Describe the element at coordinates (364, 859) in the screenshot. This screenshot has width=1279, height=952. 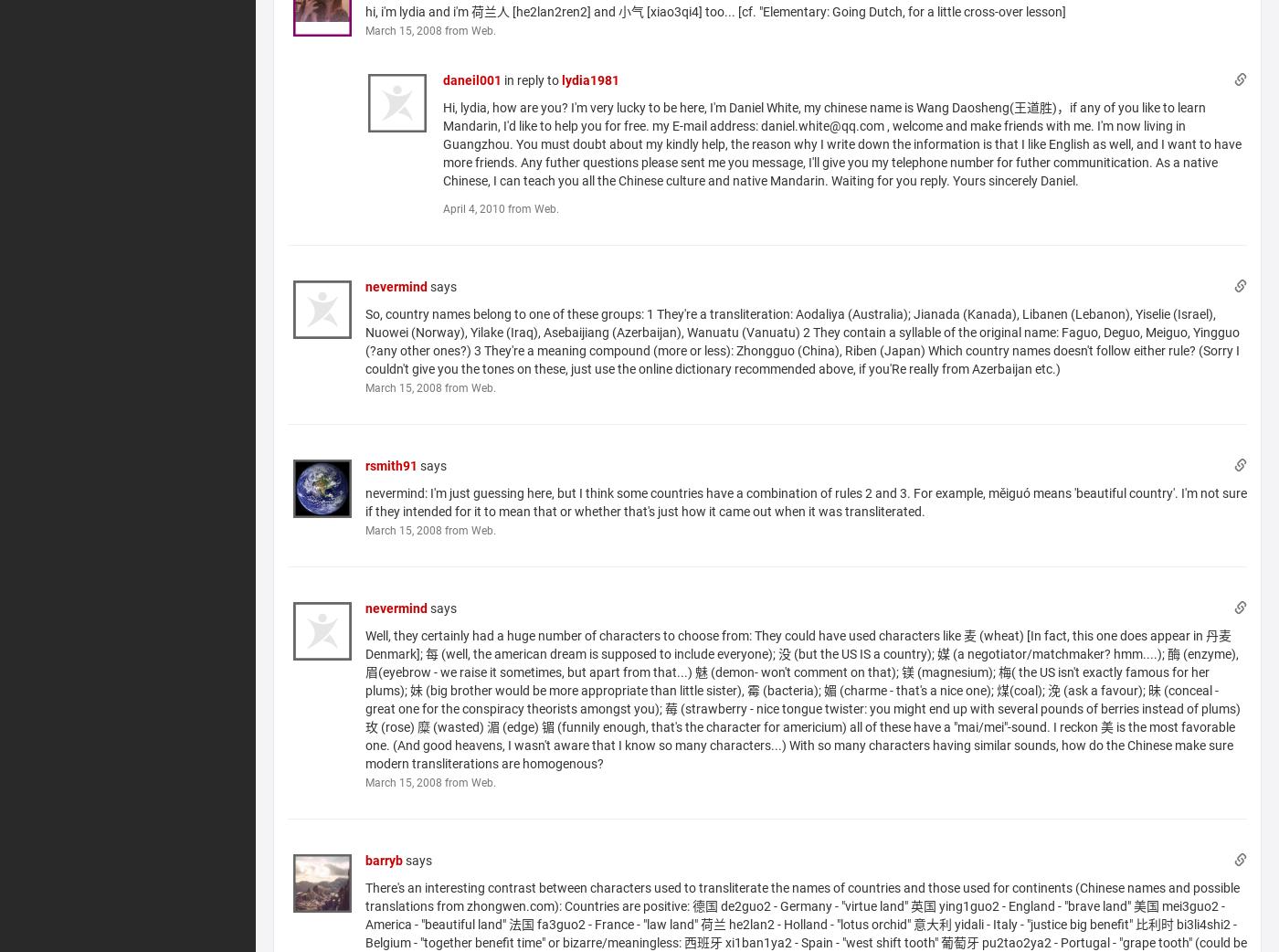
I see `'barryb'` at that location.